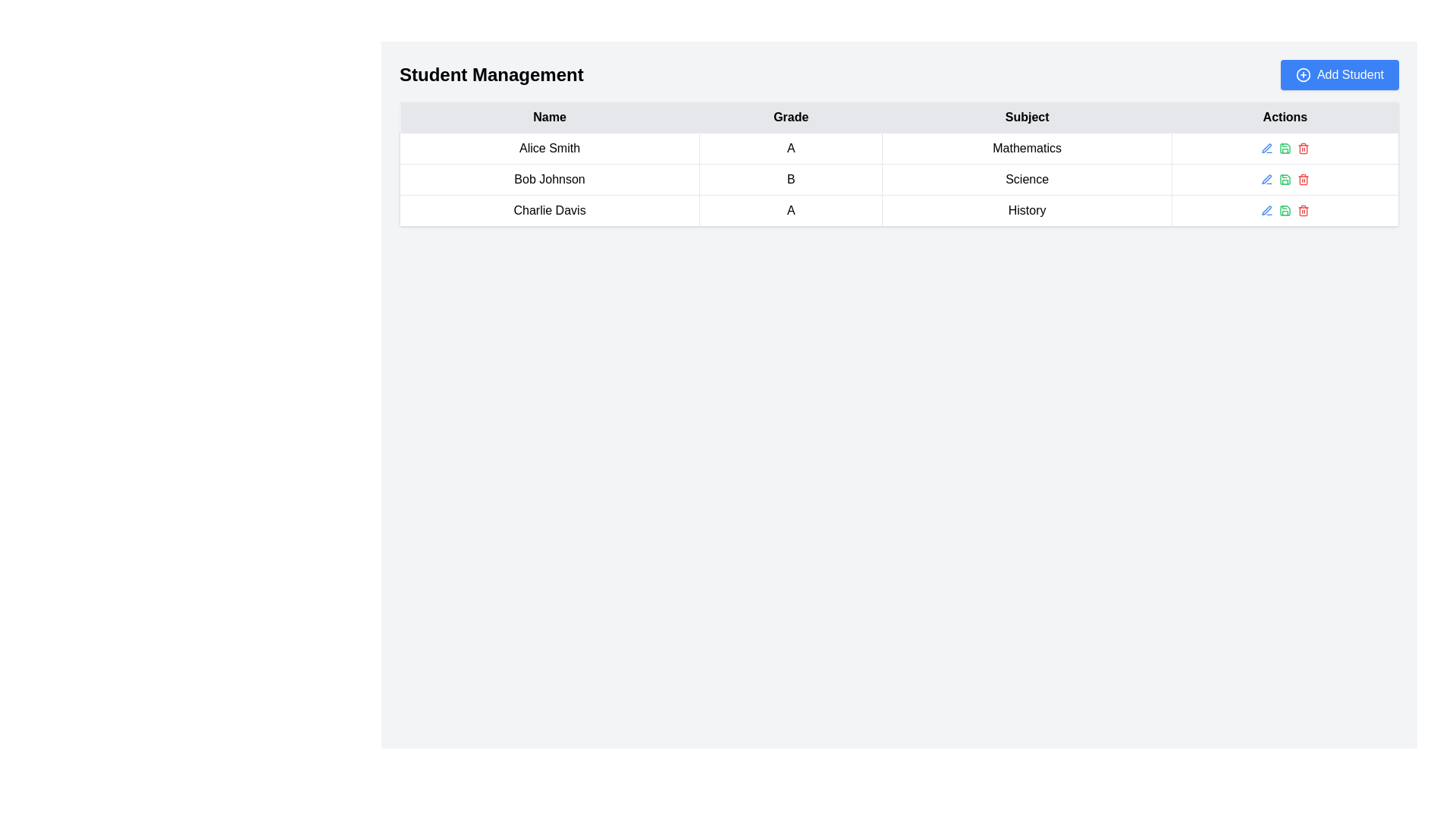 The image size is (1456, 819). Describe the element at coordinates (548, 210) in the screenshot. I see `text 'Charlie Davis' from the table cell in the third row under the 'Name' column` at that location.